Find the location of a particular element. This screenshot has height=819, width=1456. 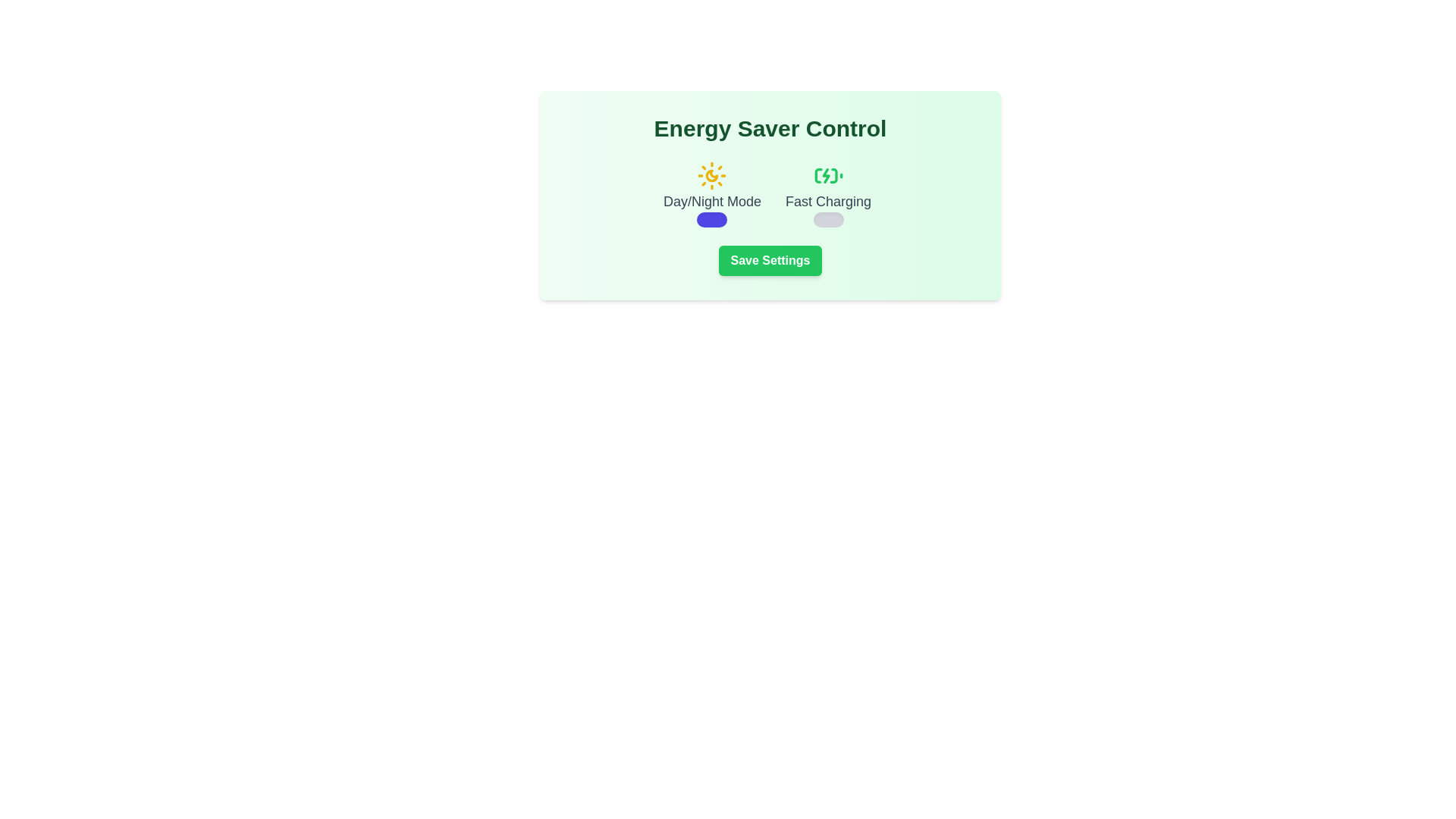

the 'Energy Saver Control' title to read it is located at coordinates (770, 127).